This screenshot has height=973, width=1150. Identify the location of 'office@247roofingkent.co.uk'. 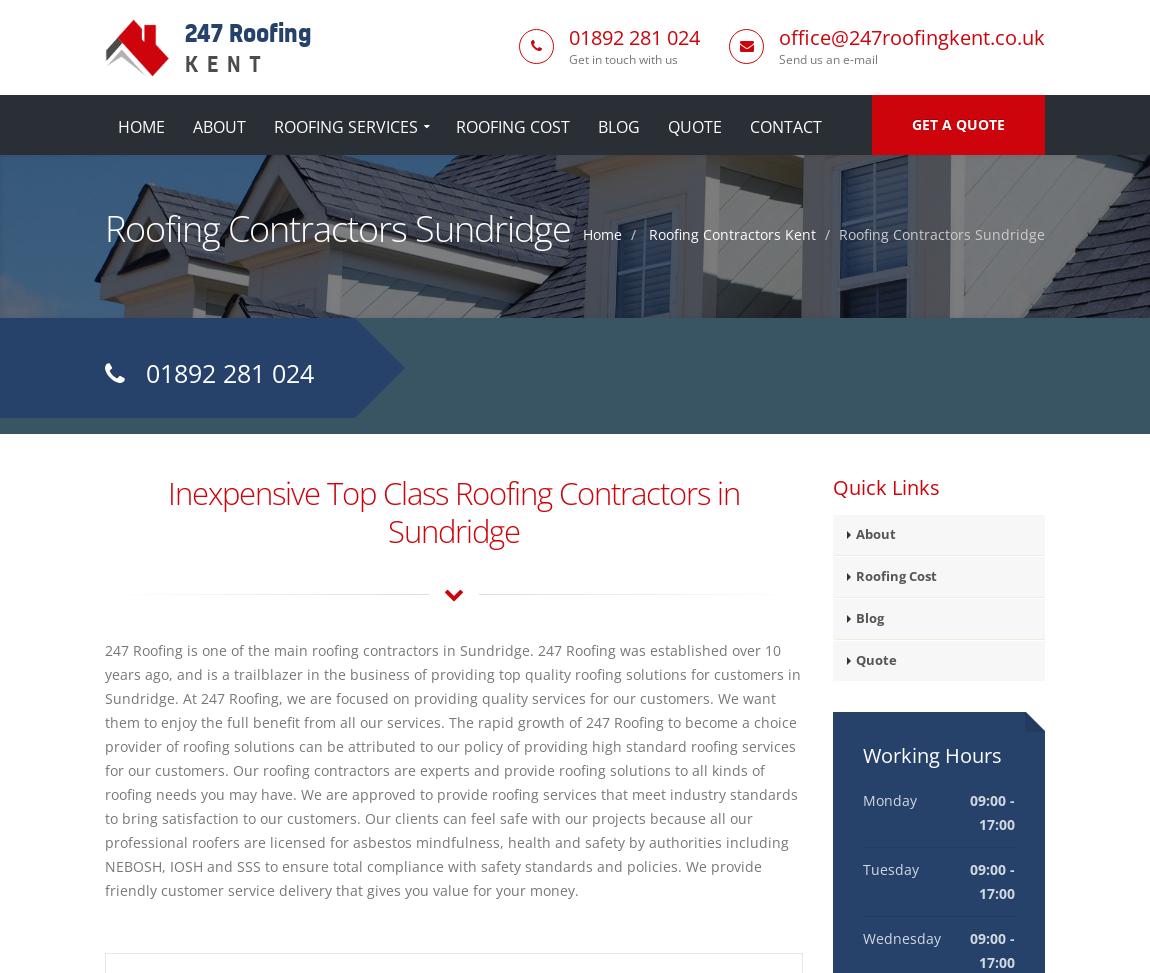
(911, 37).